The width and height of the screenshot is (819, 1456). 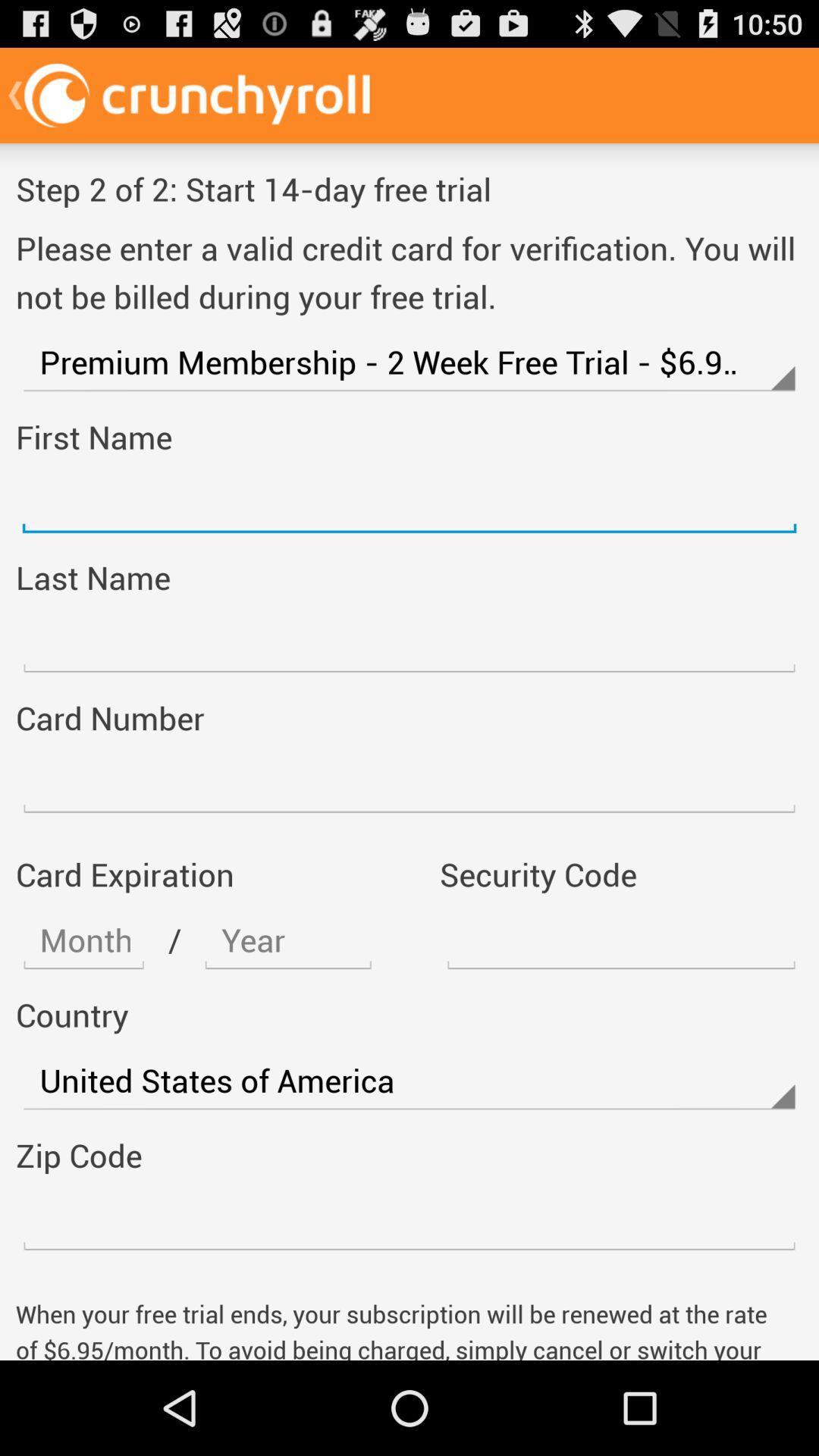 I want to click on year option field, so click(x=288, y=940).